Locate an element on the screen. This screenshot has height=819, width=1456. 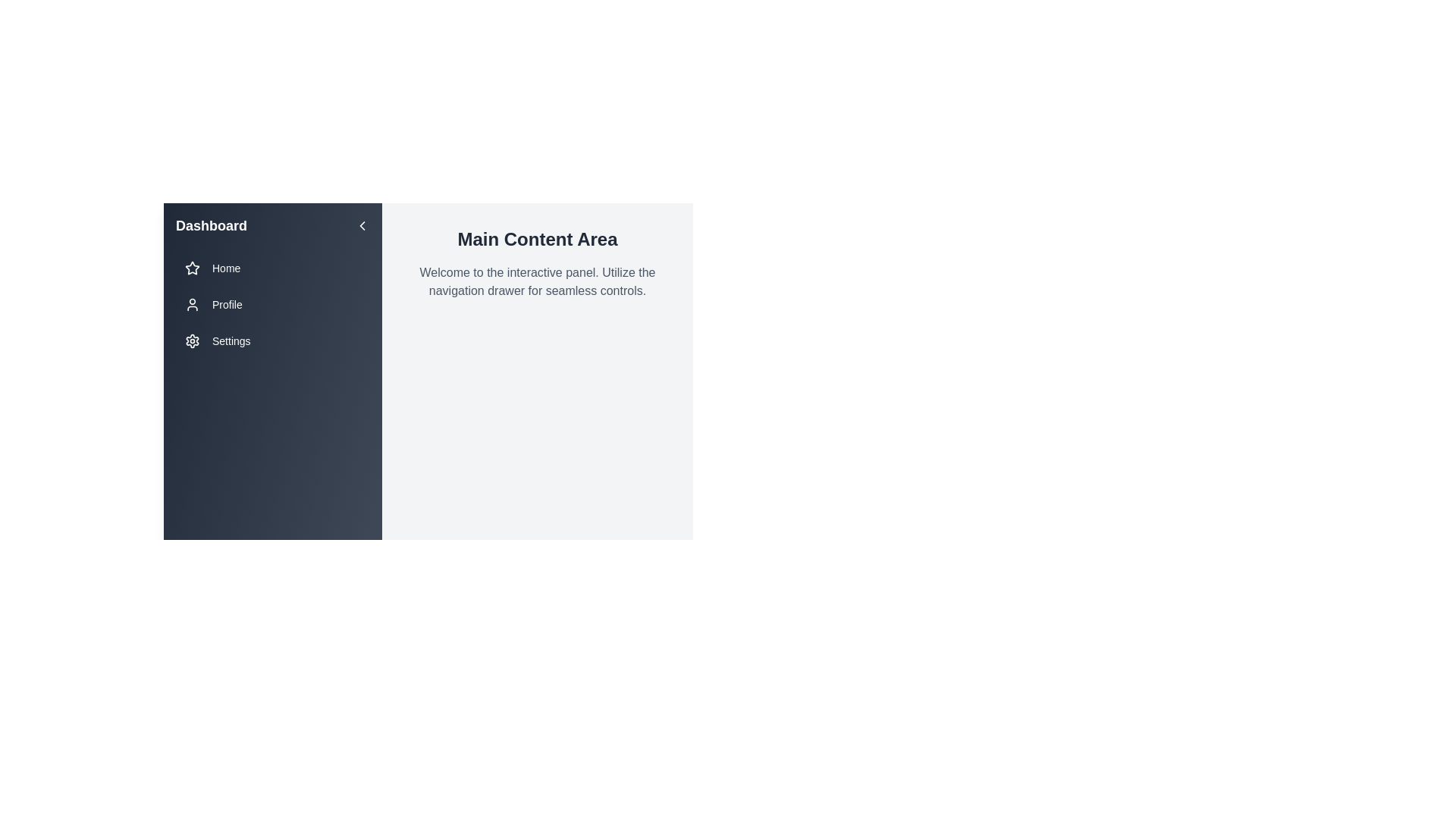
the text box containing the message 'Welcome to the interactive panel. Utilize the navigation drawer for seamless controls.' which is located below the bold title 'Main Content Area' is located at coordinates (538, 281).